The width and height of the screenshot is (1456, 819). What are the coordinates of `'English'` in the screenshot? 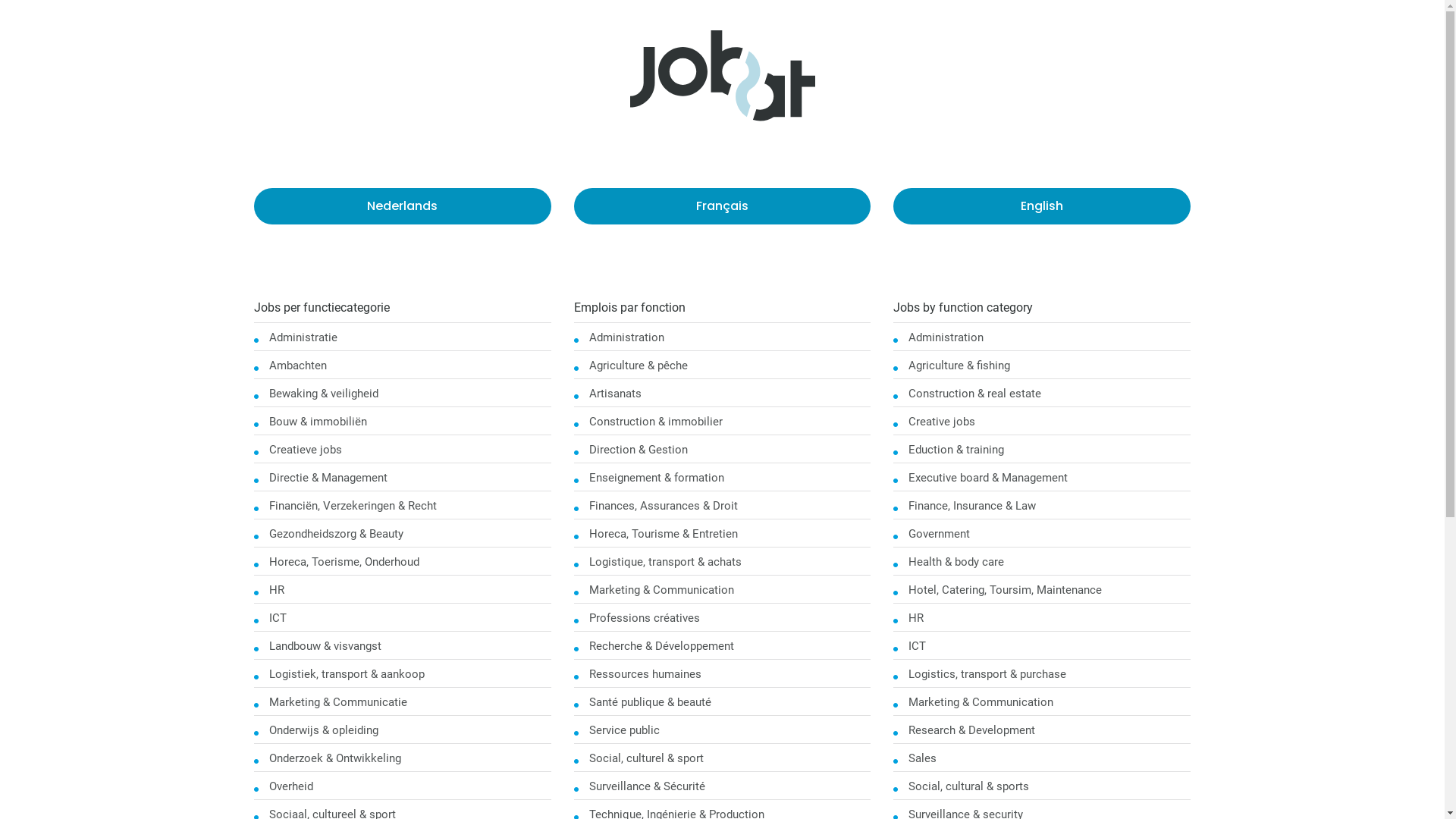 It's located at (1040, 206).